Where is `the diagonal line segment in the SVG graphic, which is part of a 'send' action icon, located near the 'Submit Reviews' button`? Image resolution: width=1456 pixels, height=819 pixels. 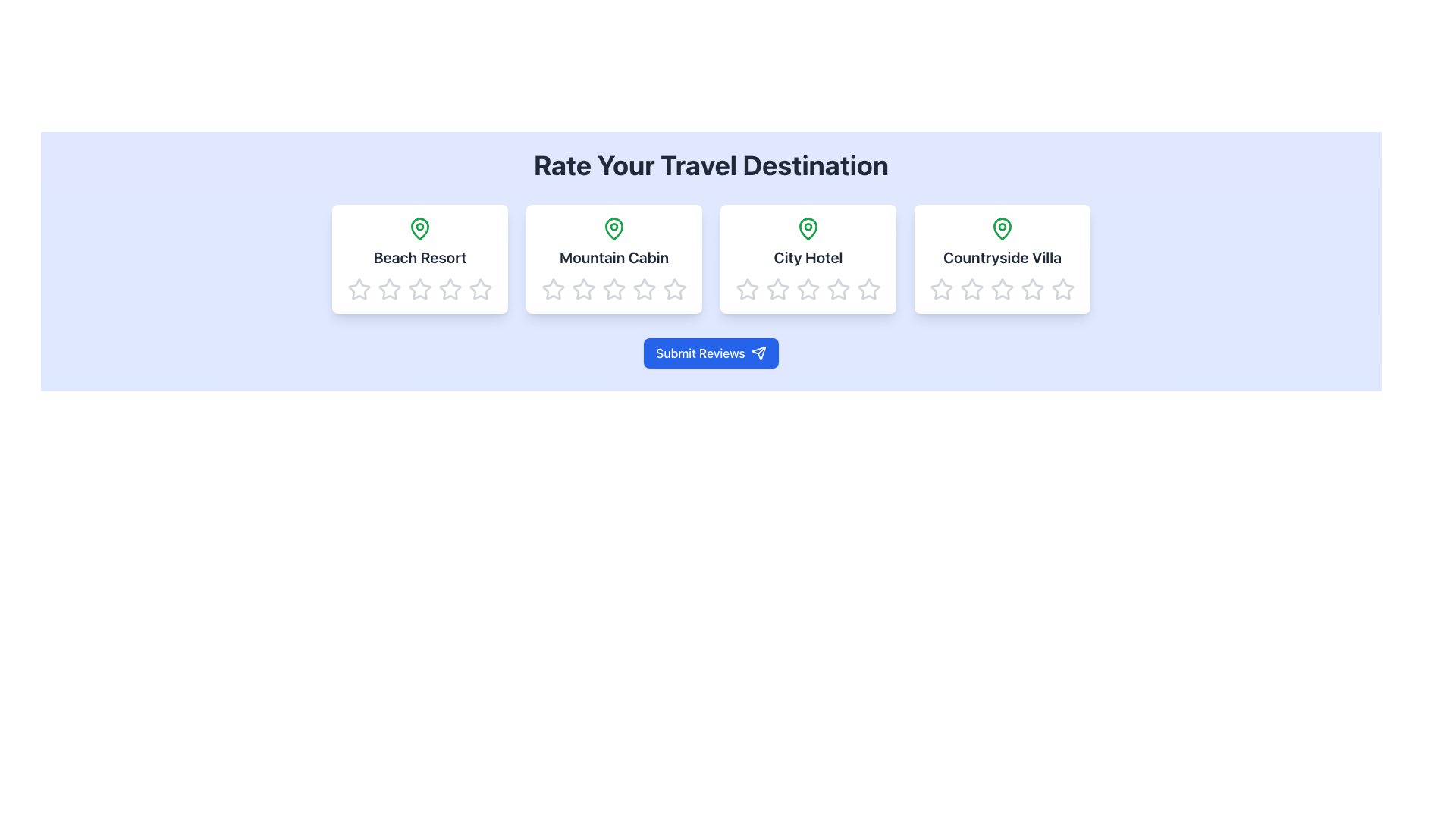
the diagonal line segment in the SVG graphic, which is part of a 'send' action icon, located near the 'Submit Reviews' button is located at coordinates (761, 350).